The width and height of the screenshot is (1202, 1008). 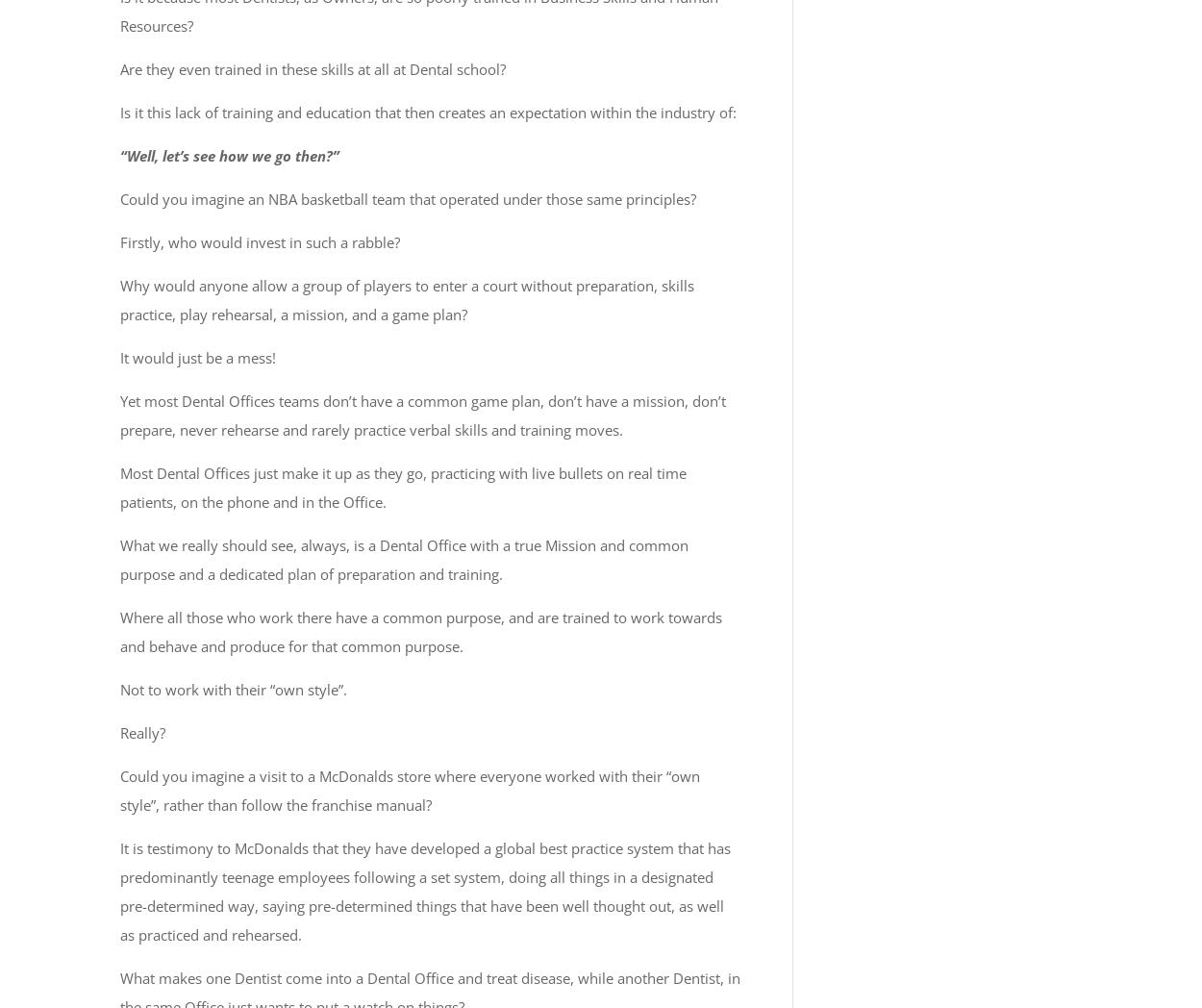 What do you see at coordinates (233, 689) in the screenshot?
I see `'Not to work with their “own style”.'` at bounding box center [233, 689].